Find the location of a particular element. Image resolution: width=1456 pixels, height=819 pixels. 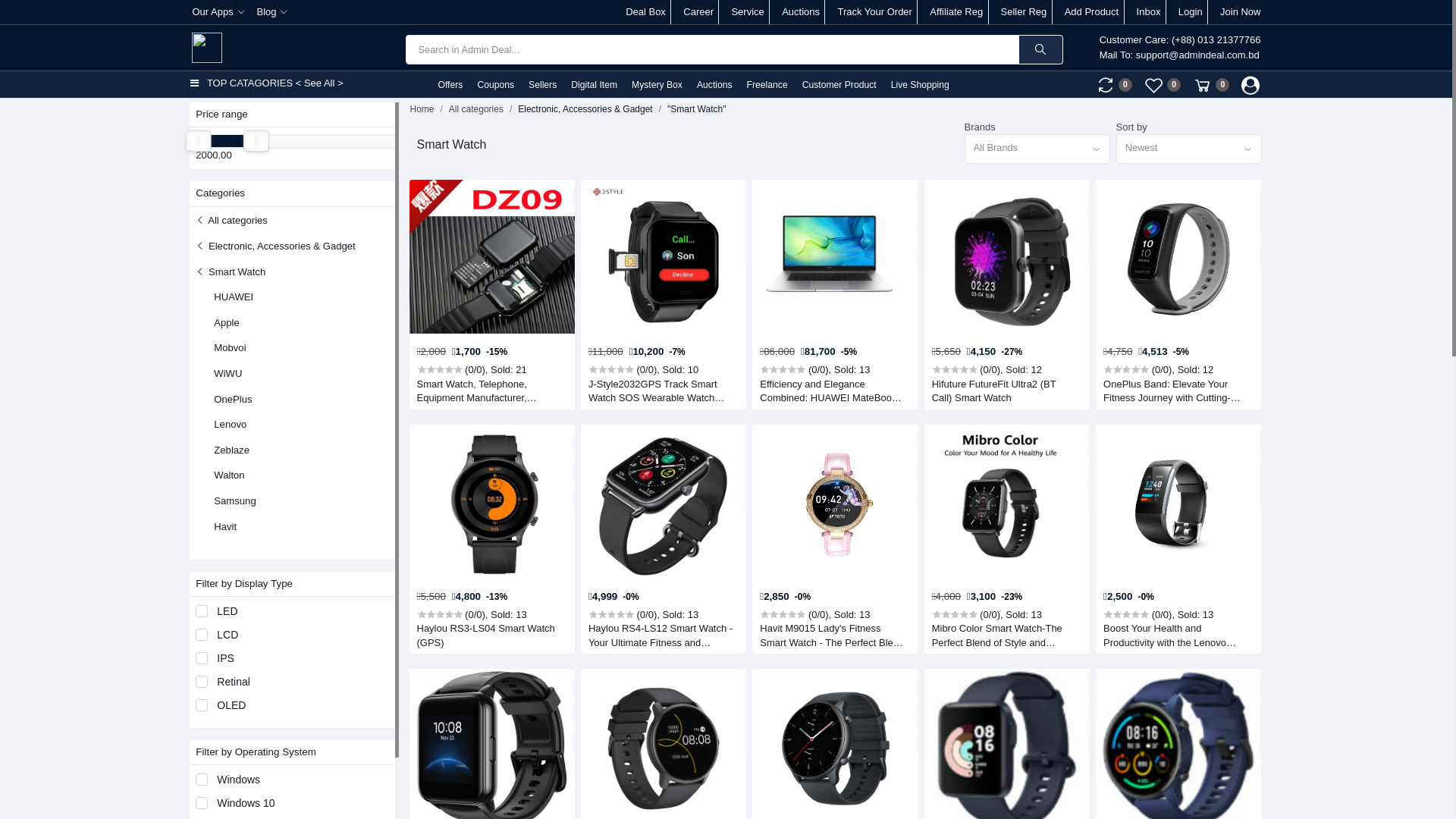

'Home' is located at coordinates (422, 108).